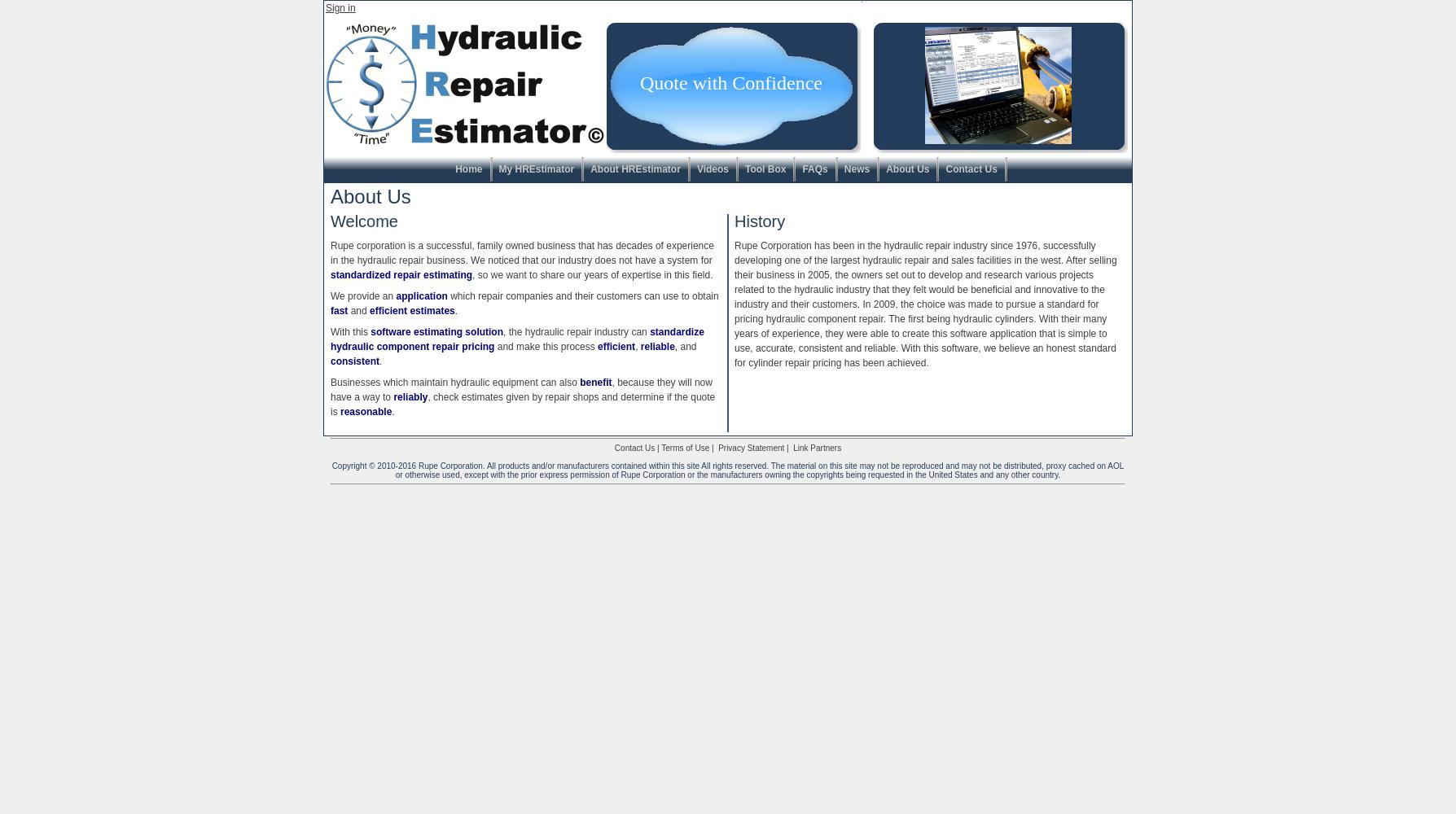 The width and height of the screenshot is (1456, 814). What do you see at coordinates (730, 82) in the screenshot?
I see `'Quote with Confidence'` at bounding box center [730, 82].